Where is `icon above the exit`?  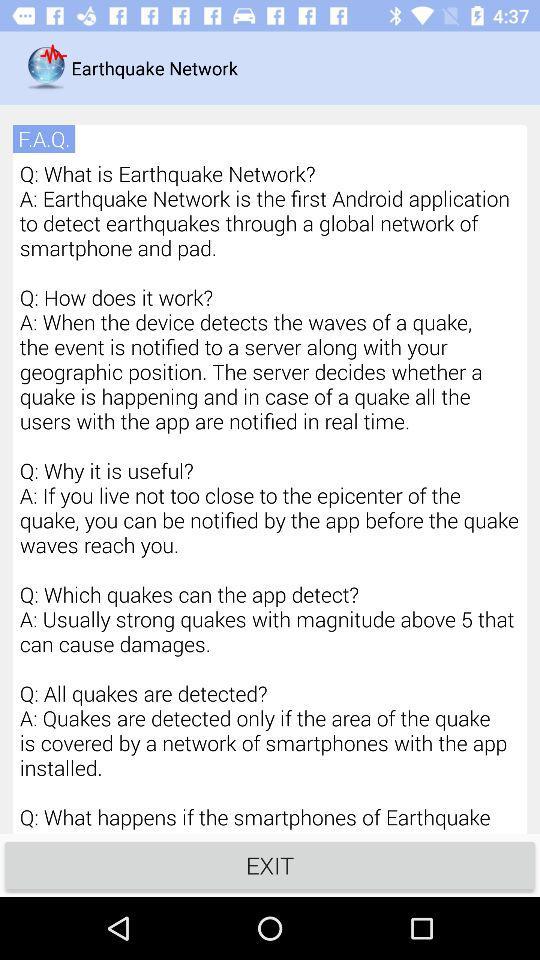 icon above the exit is located at coordinates (270, 495).